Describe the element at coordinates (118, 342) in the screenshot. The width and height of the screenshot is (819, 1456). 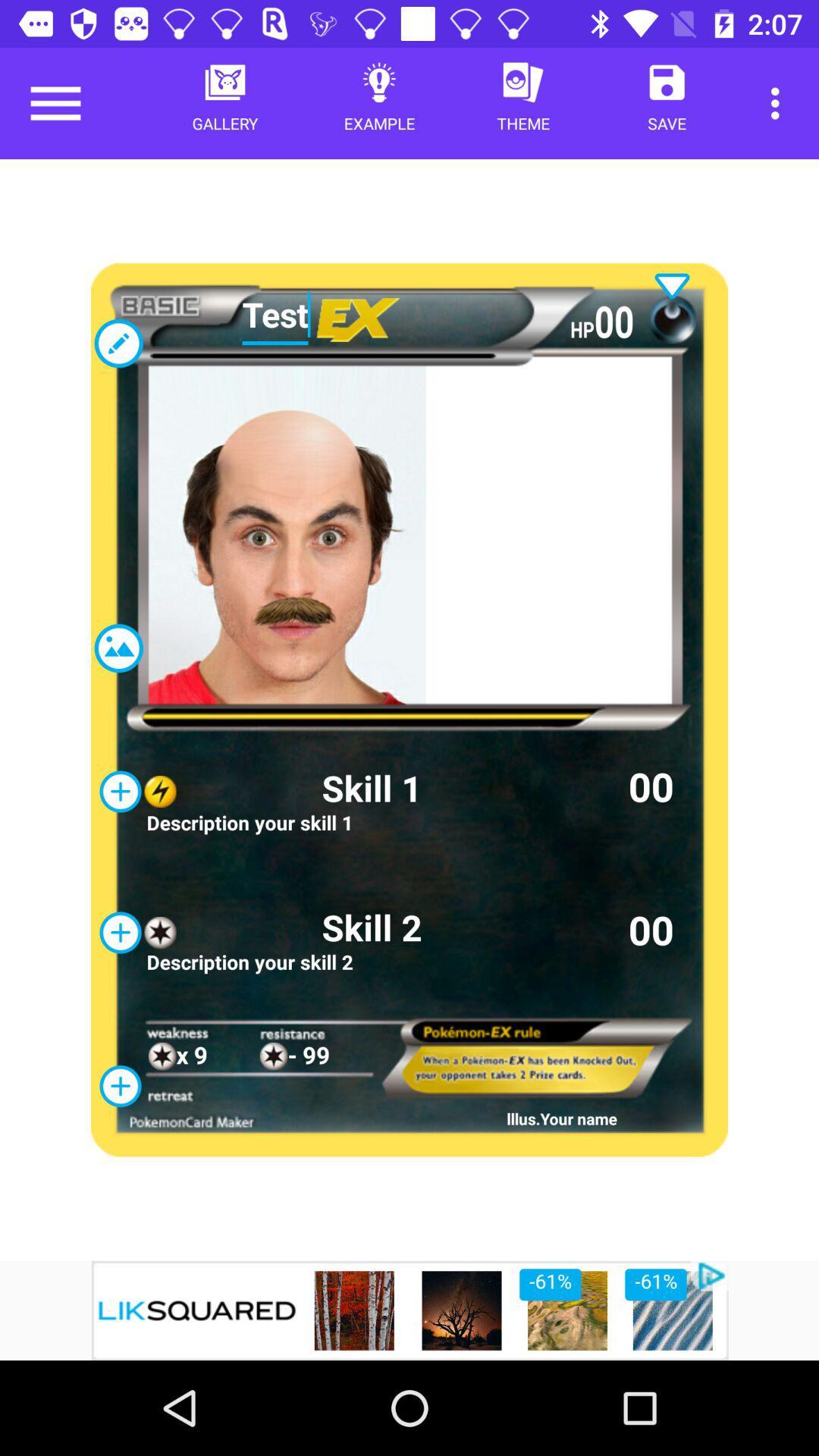
I see `the edit icon` at that location.